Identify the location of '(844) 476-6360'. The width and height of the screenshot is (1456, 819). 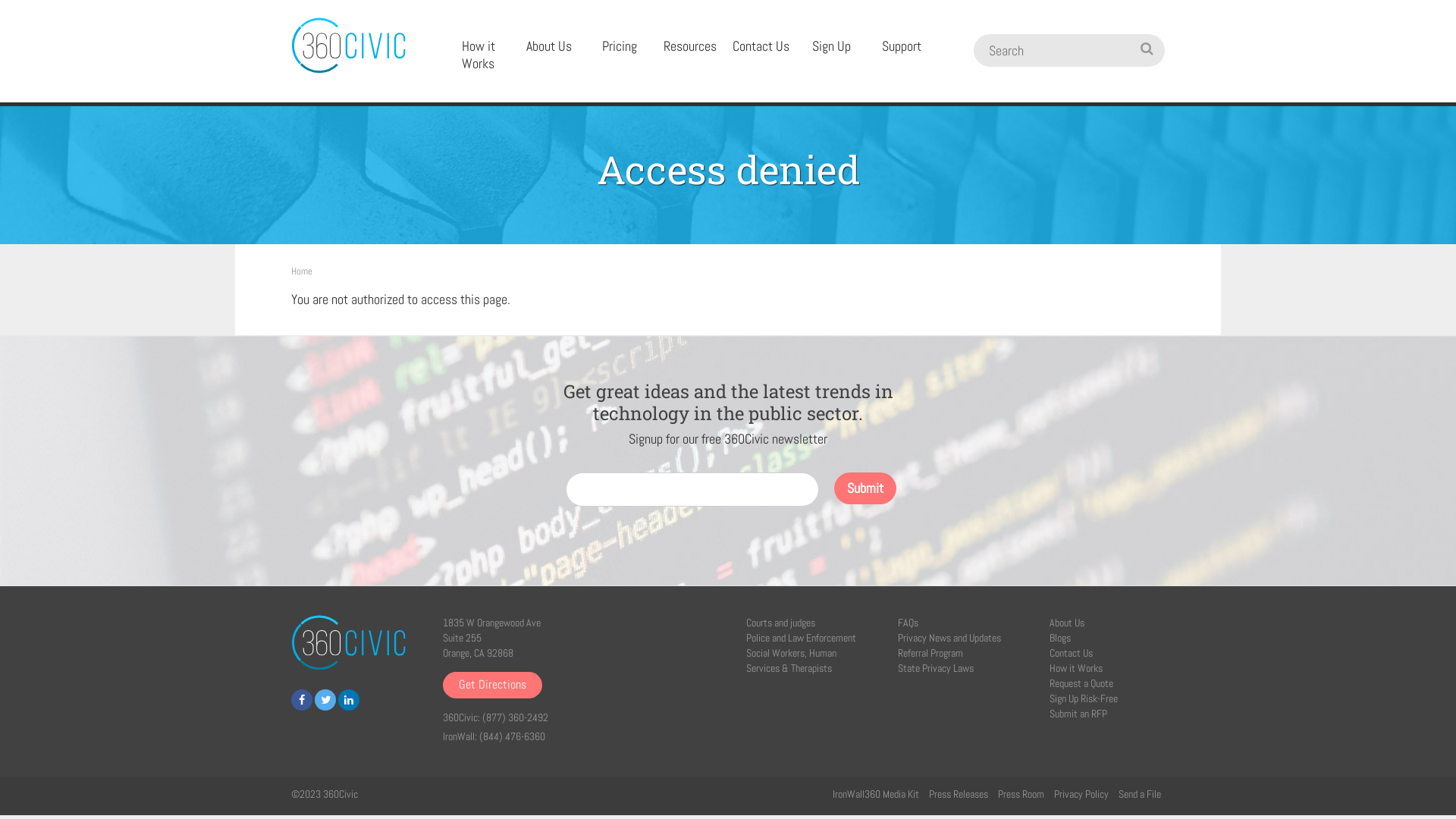
(512, 736).